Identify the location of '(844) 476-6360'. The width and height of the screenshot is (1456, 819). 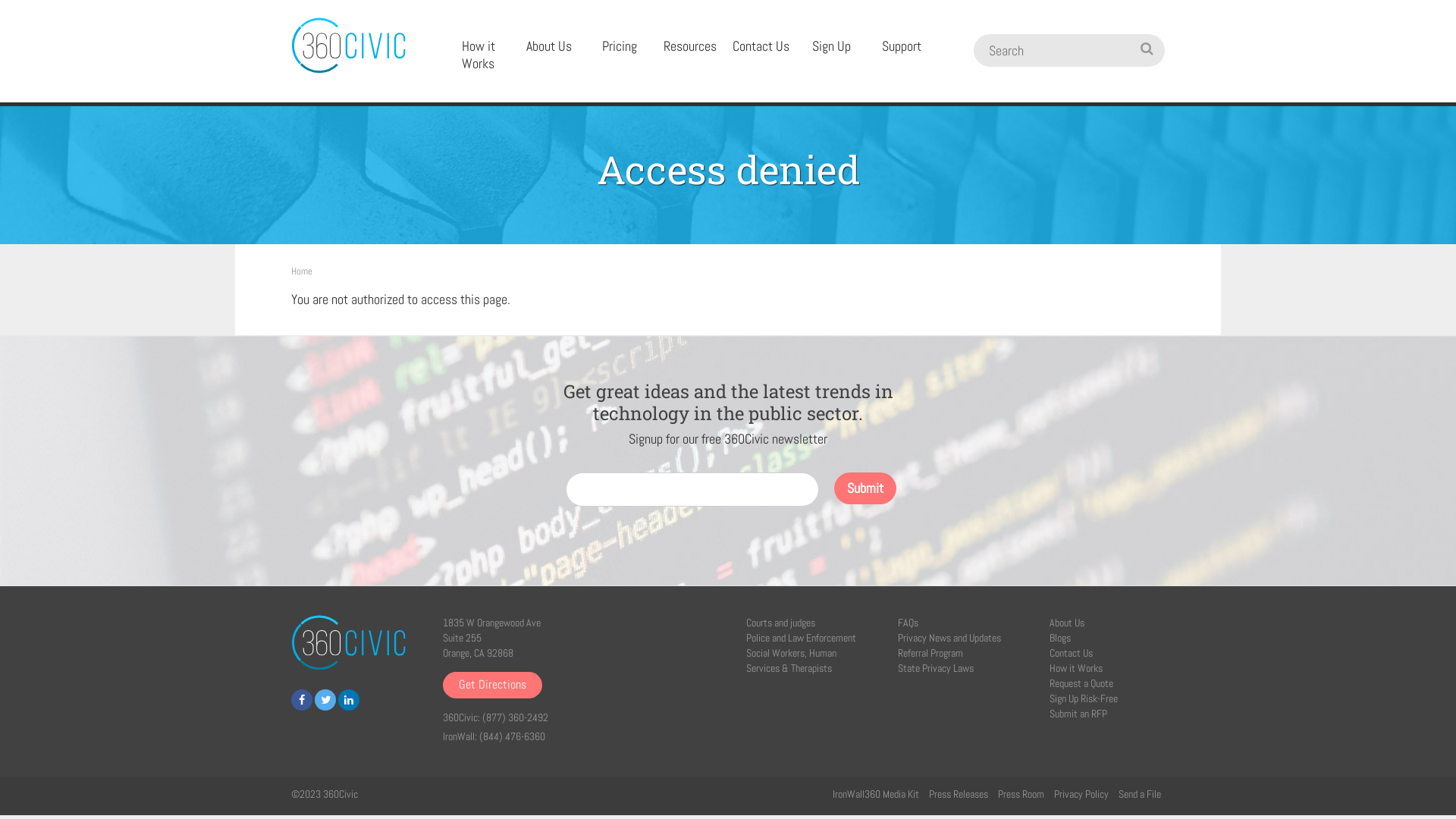
(512, 736).